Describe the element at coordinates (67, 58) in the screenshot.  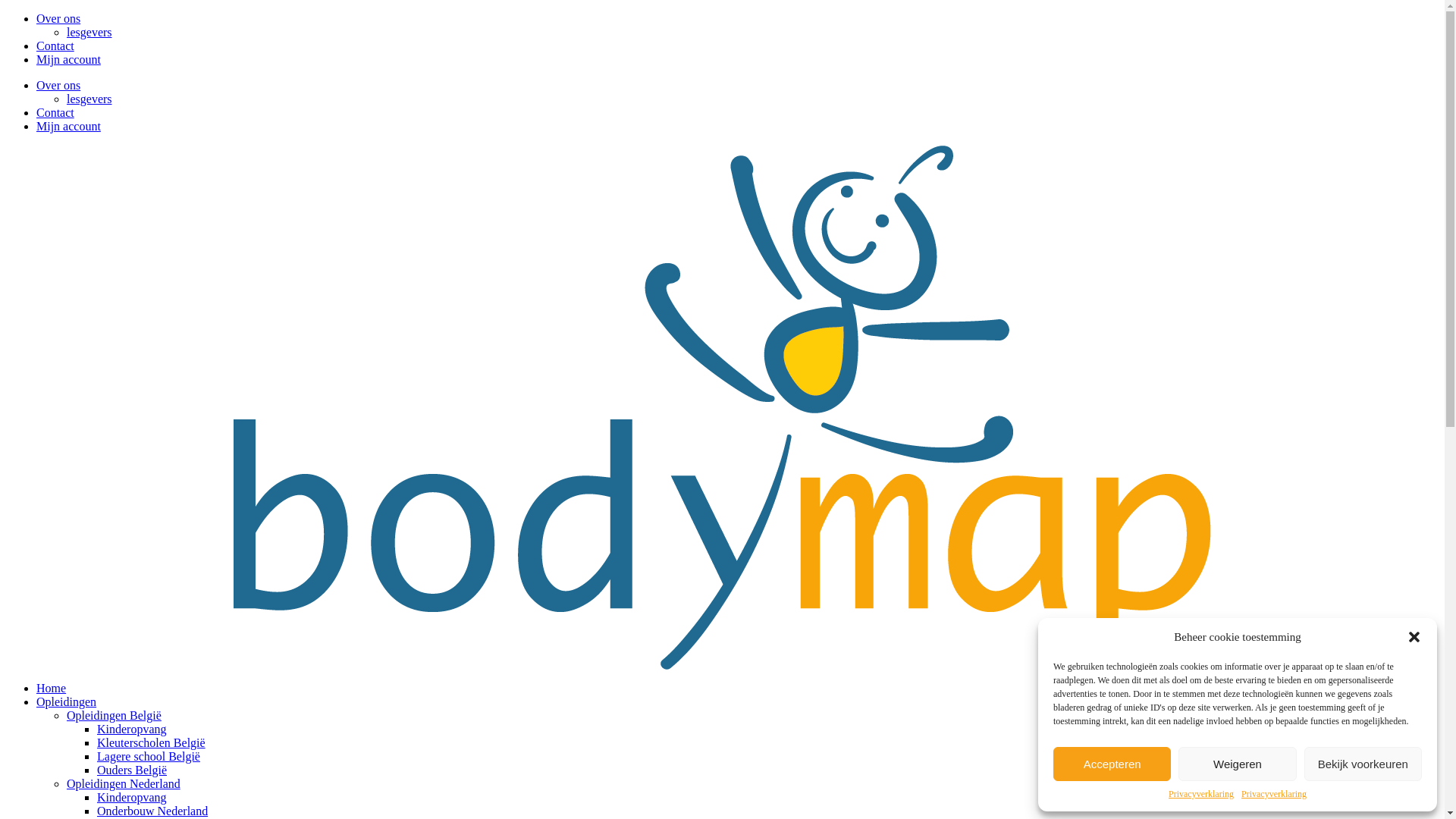
I see `'Mijn account'` at that location.